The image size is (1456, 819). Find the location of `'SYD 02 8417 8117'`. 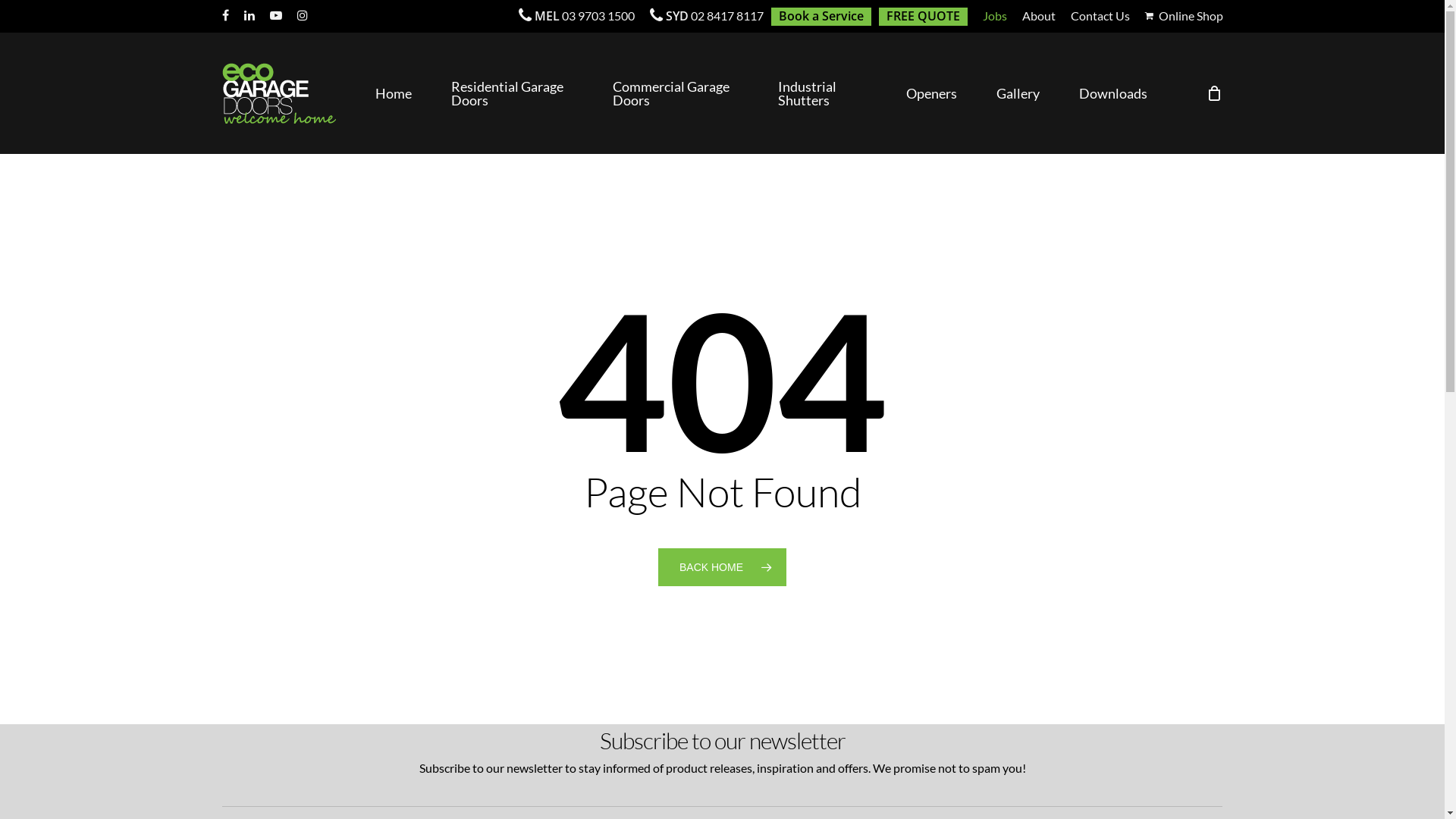

'SYD 02 8417 8117' is located at coordinates (705, 17).